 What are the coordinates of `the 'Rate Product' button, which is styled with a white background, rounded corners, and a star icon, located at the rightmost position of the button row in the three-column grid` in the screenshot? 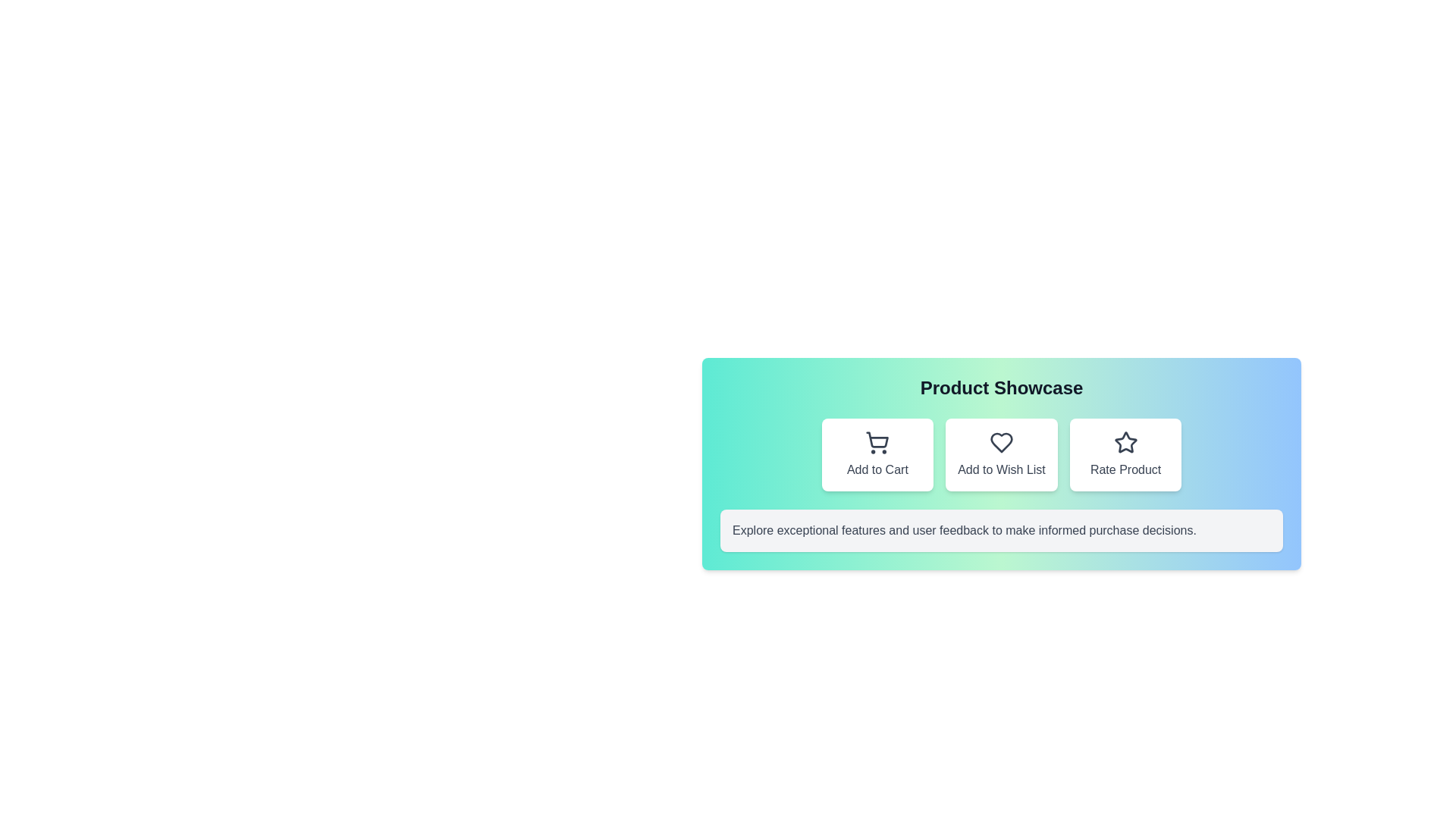 It's located at (1125, 454).